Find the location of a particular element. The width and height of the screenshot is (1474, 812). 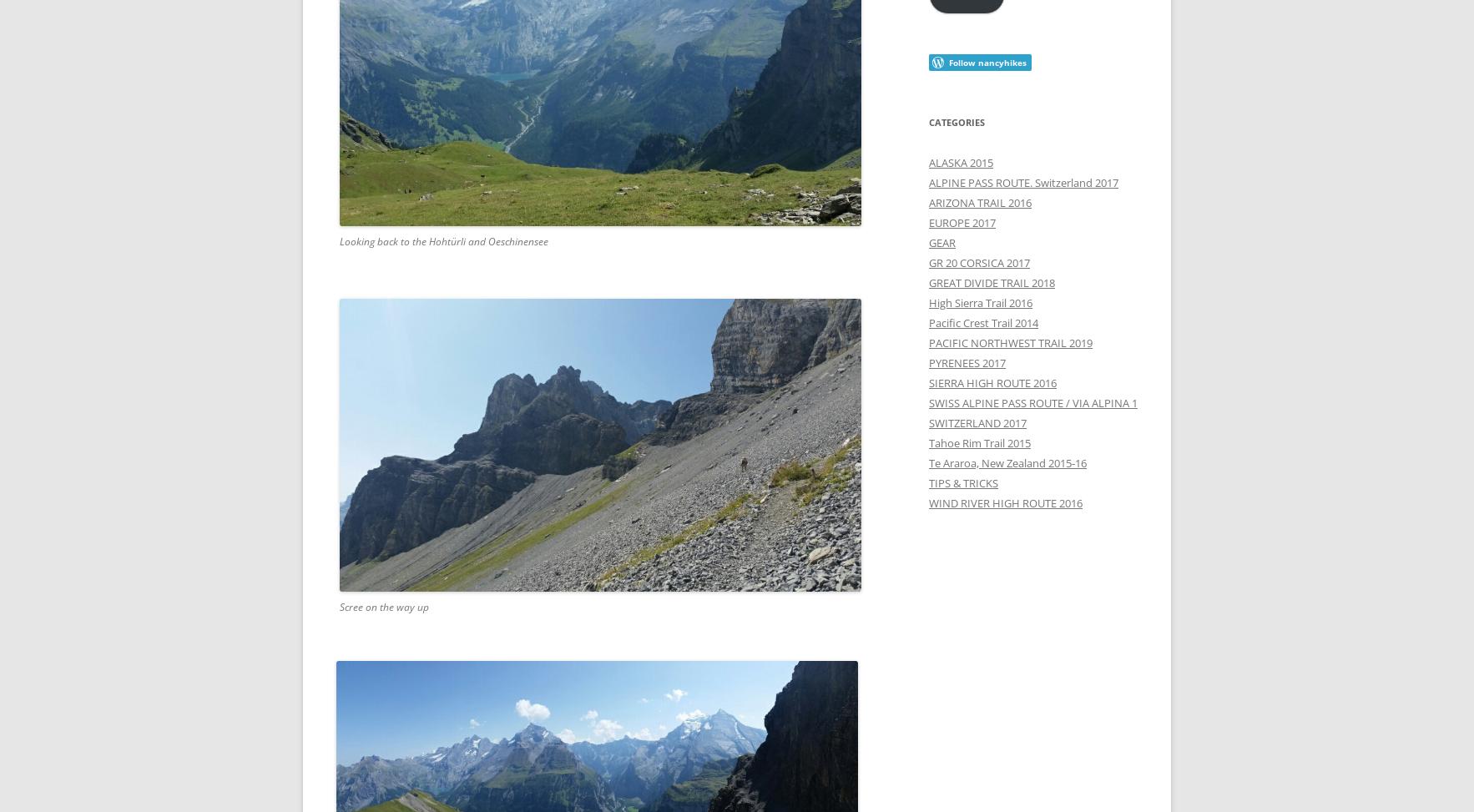

'WIND RIVER HIGH ROUTE 2016' is located at coordinates (1004, 502).